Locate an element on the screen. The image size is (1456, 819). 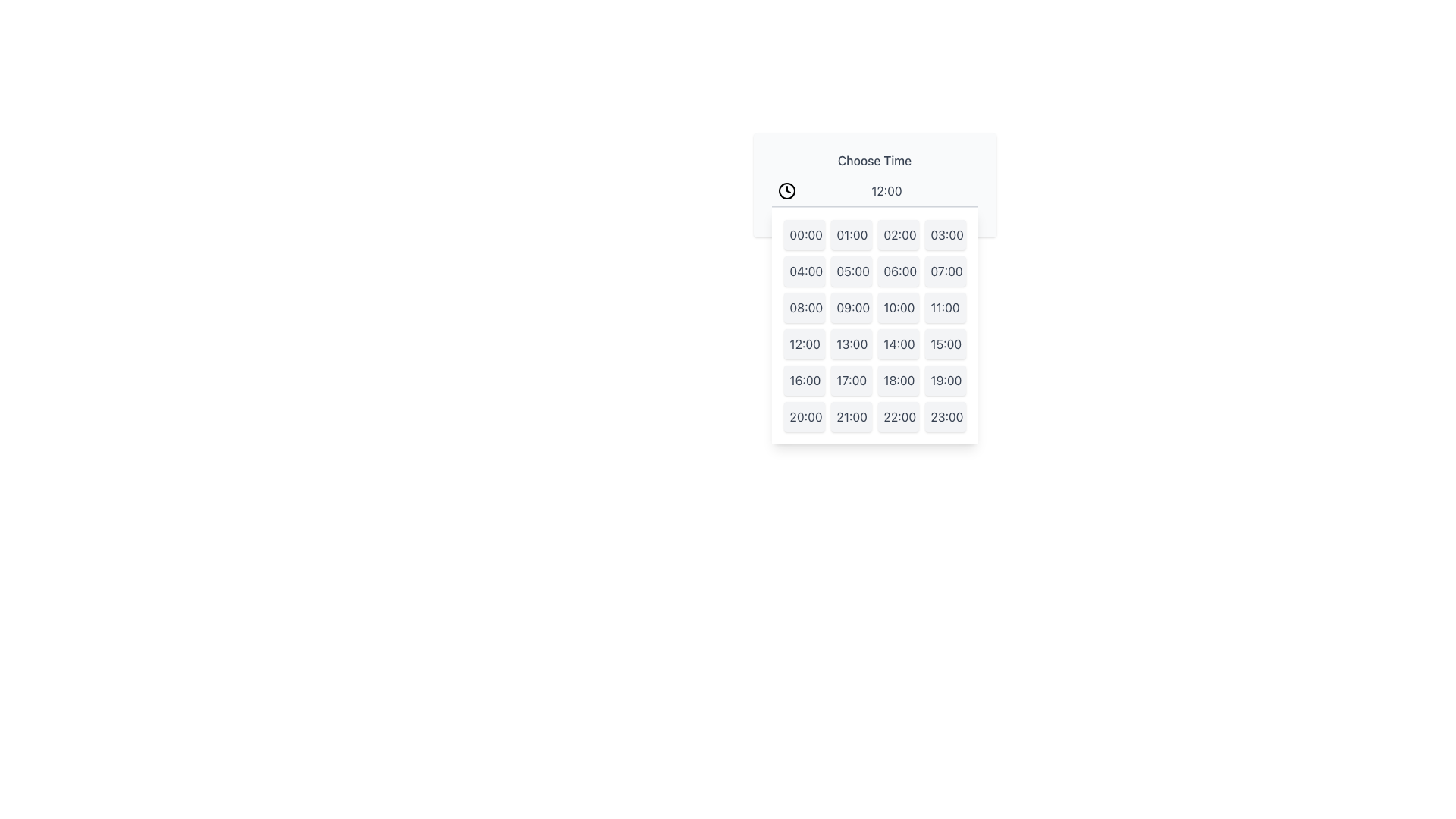
the button displaying '02:00' to highlight it for keyboard navigation is located at coordinates (898, 234).